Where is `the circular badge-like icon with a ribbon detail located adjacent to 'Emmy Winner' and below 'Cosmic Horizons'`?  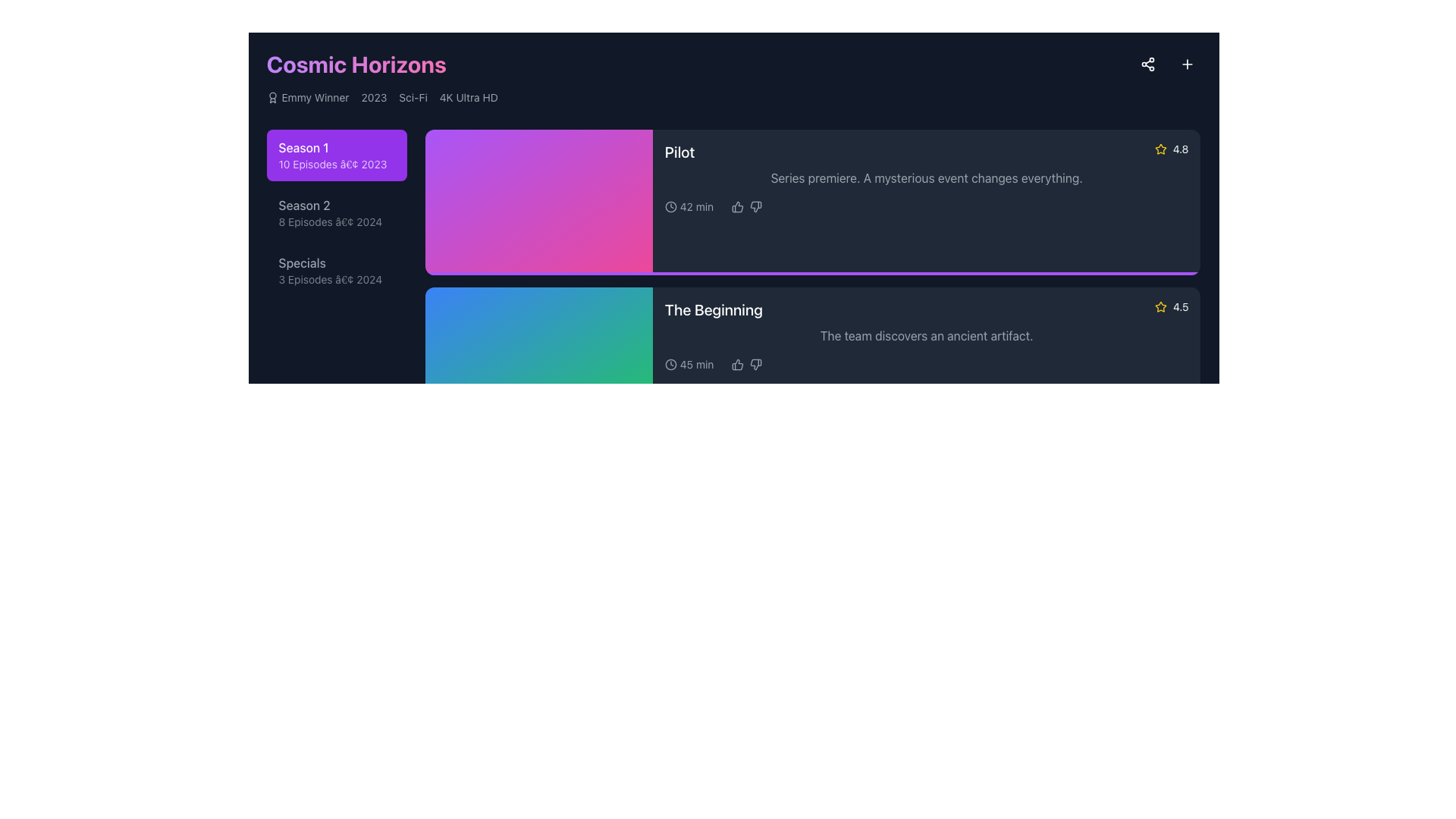
the circular badge-like icon with a ribbon detail located adjacent to 'Emmy Winner' and below 'Cosmic Horizons' is located at coordinates (272, 97).